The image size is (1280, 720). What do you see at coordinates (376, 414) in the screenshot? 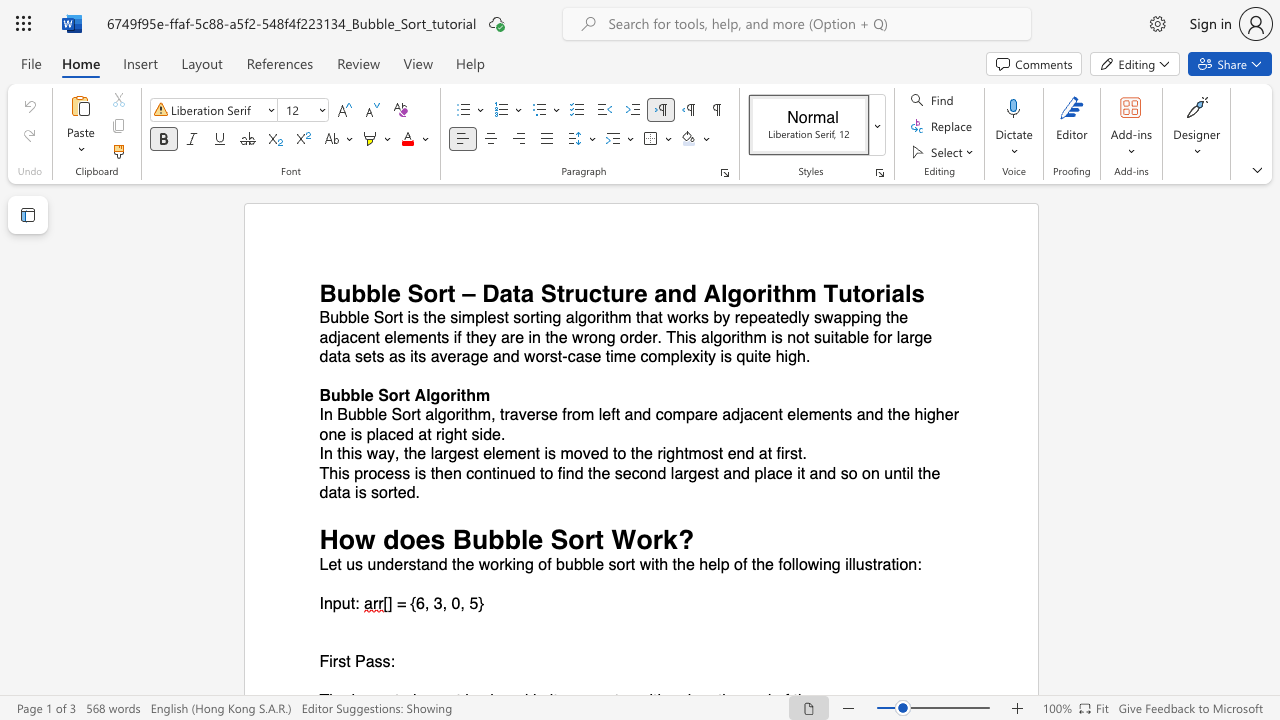
I see `the 1th character "l" in the text` at bounding box center [376, 414].